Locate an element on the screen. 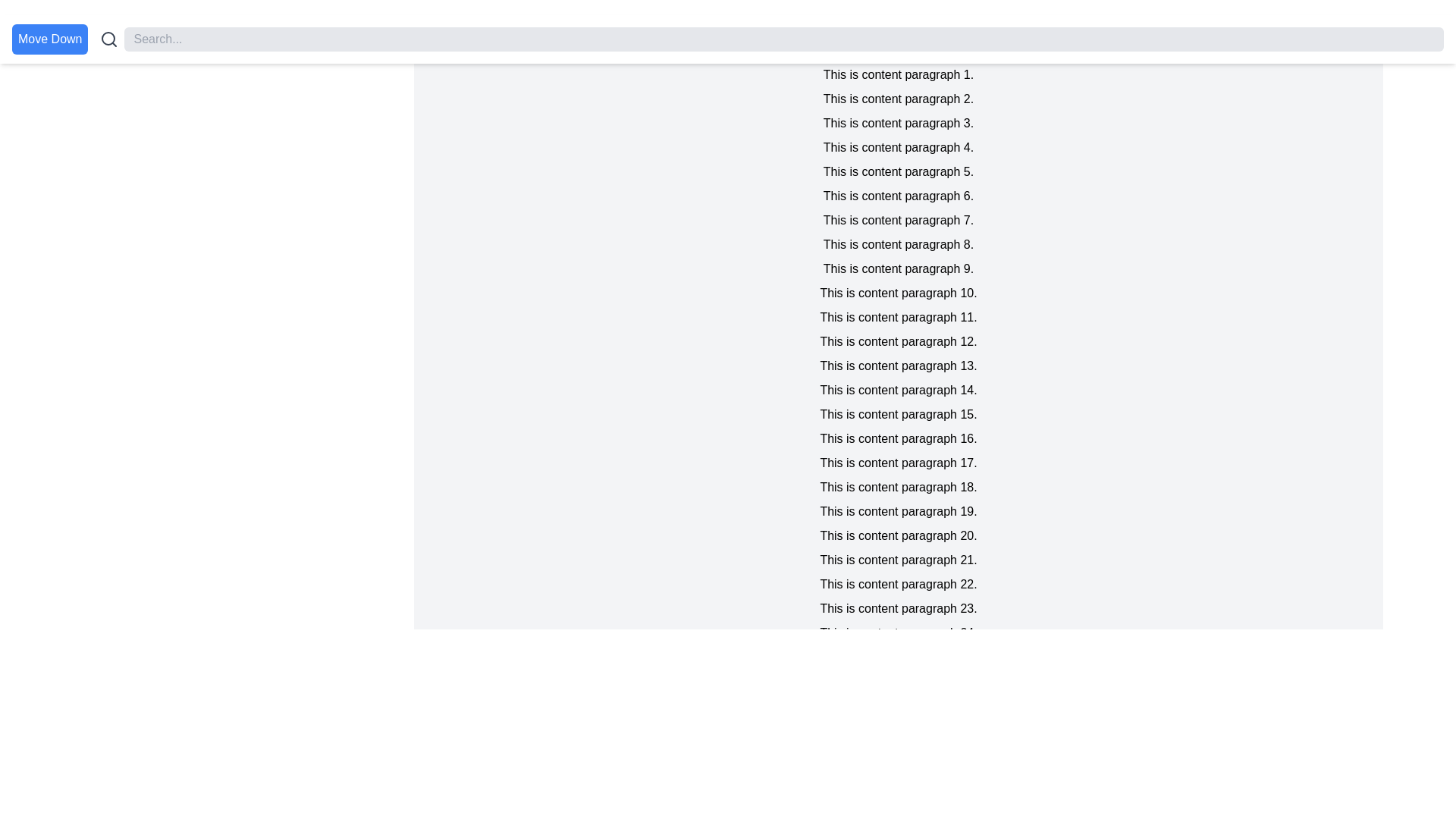 This screenshot has width=1456, height=819. the text block containing 'This is content paragraph 20.' which is the twentieth element in a vertically organized list of paragraphs is located at coordinates (899, 535).